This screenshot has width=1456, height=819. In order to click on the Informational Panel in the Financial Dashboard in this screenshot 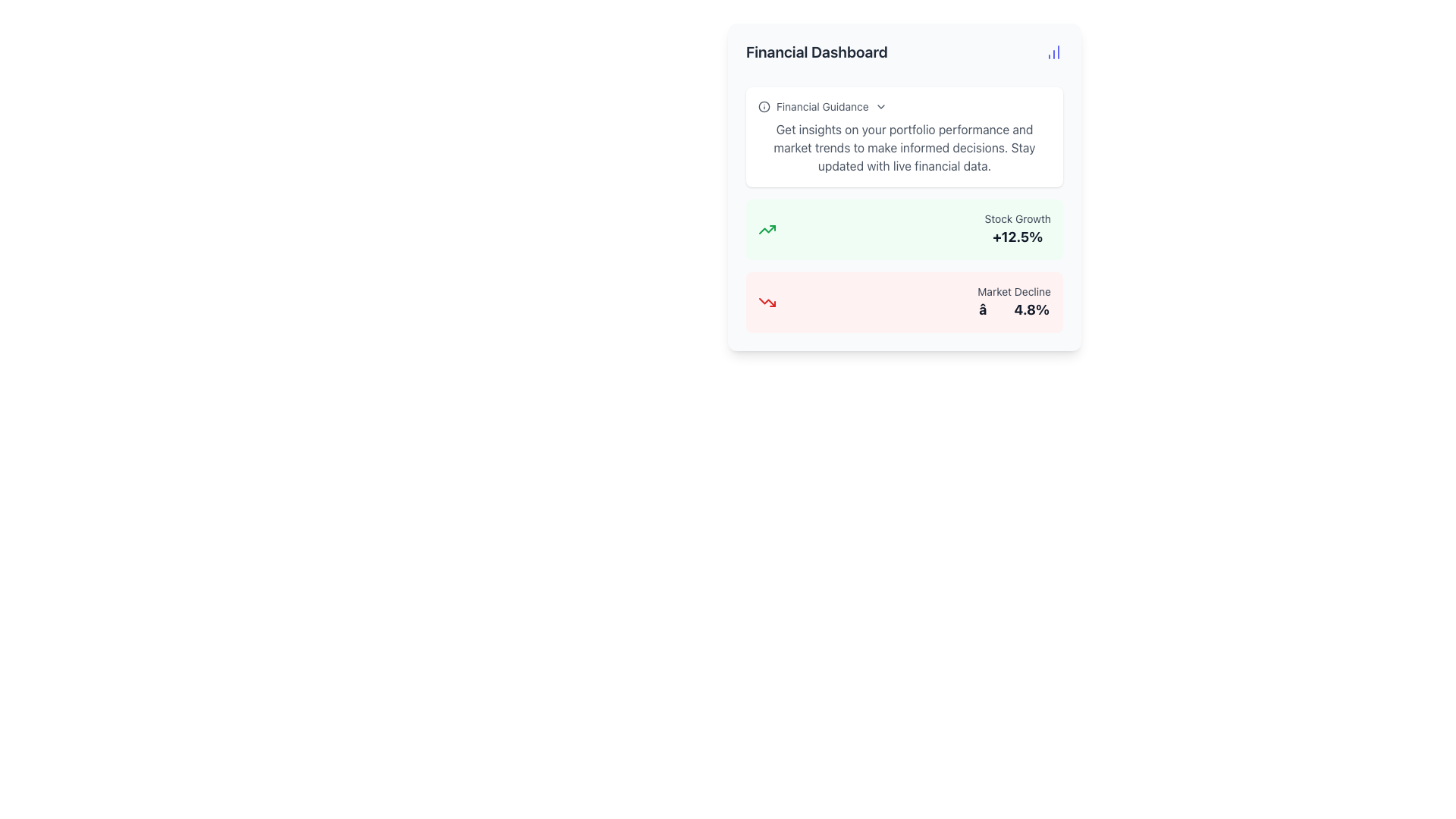, I will do `click(905, 137)`.